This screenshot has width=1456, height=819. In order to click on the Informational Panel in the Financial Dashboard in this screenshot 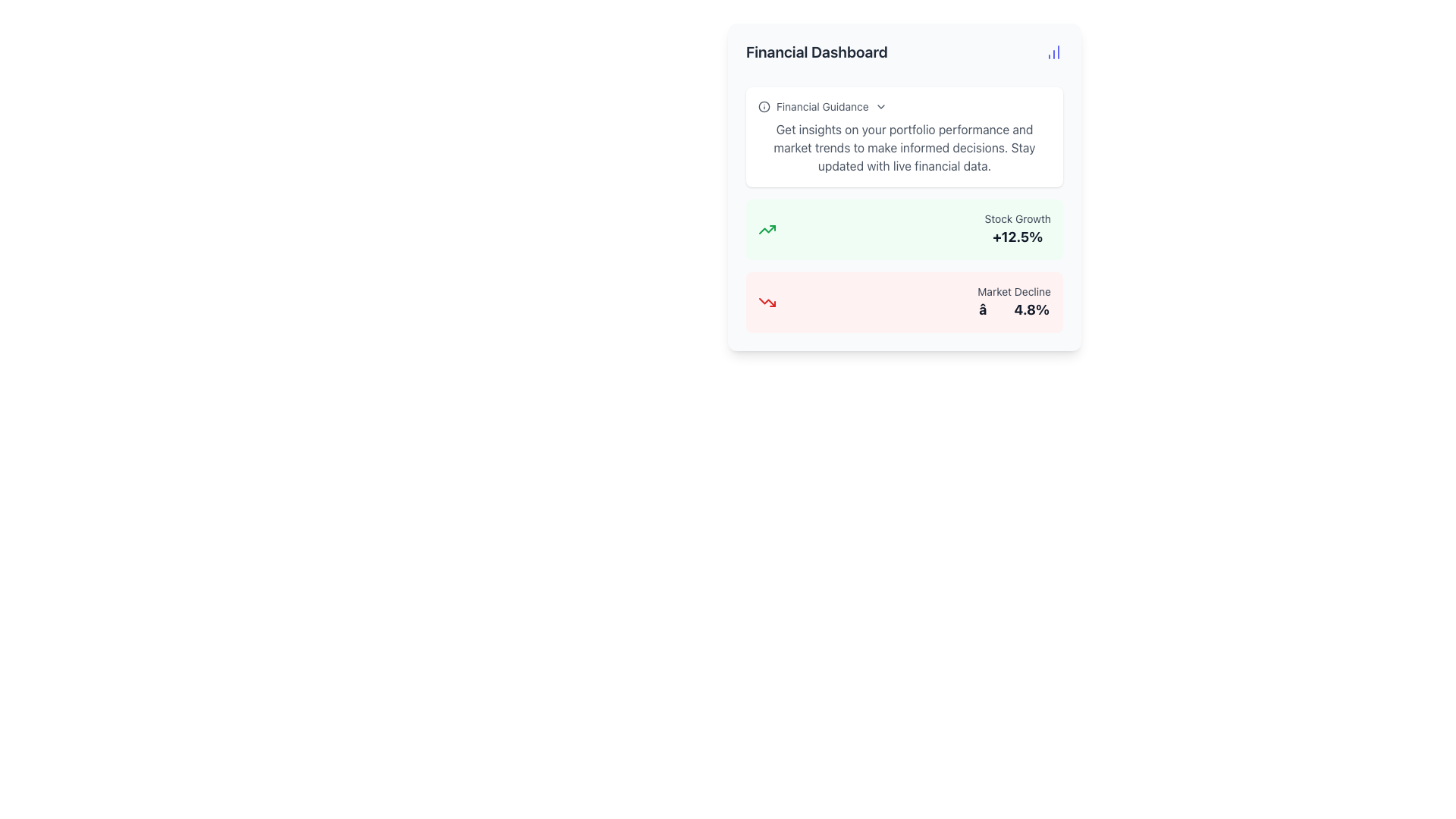, I will do `click(905, 137)`.